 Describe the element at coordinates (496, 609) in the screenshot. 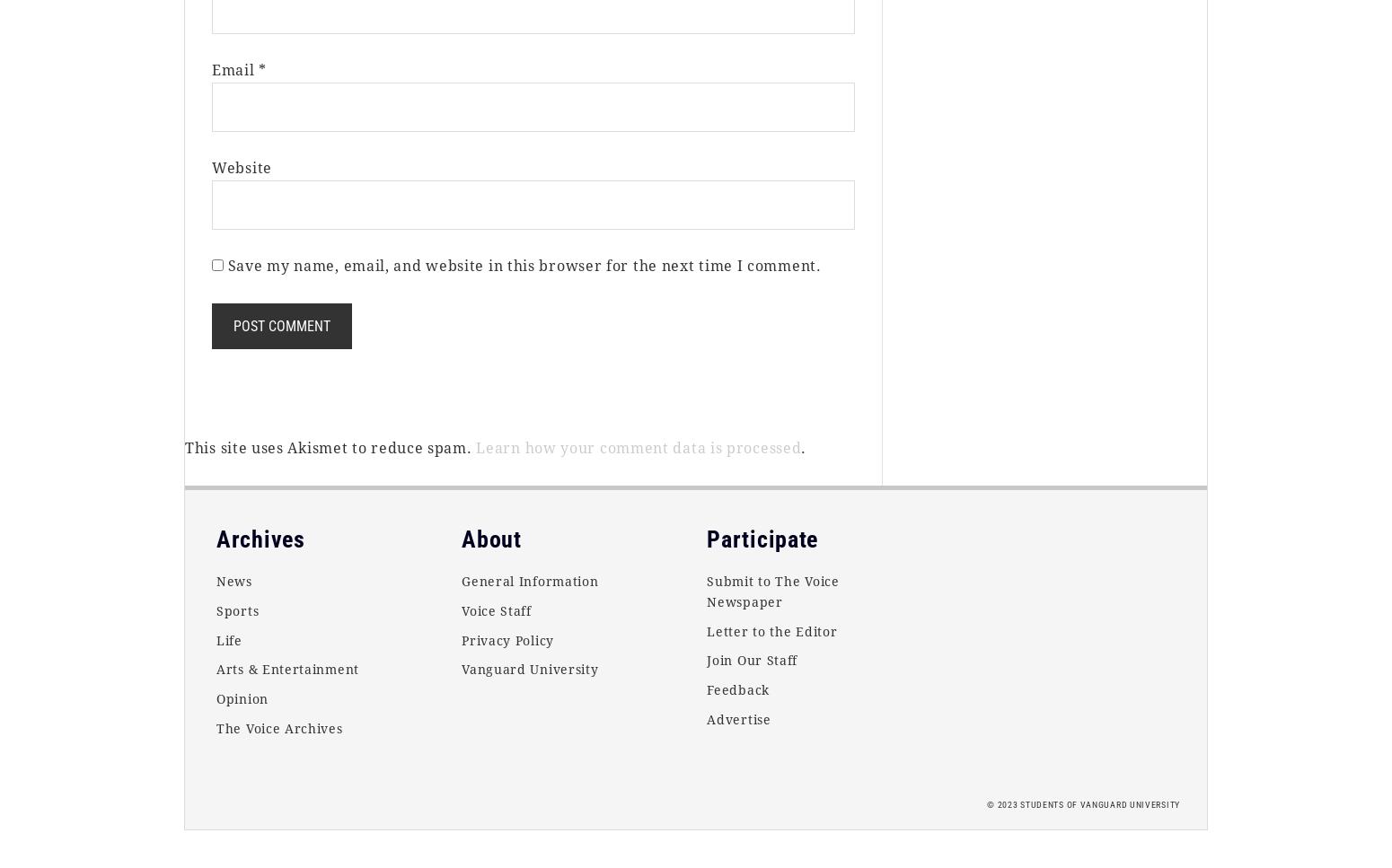

I see `'Voice Staff'` at that location.